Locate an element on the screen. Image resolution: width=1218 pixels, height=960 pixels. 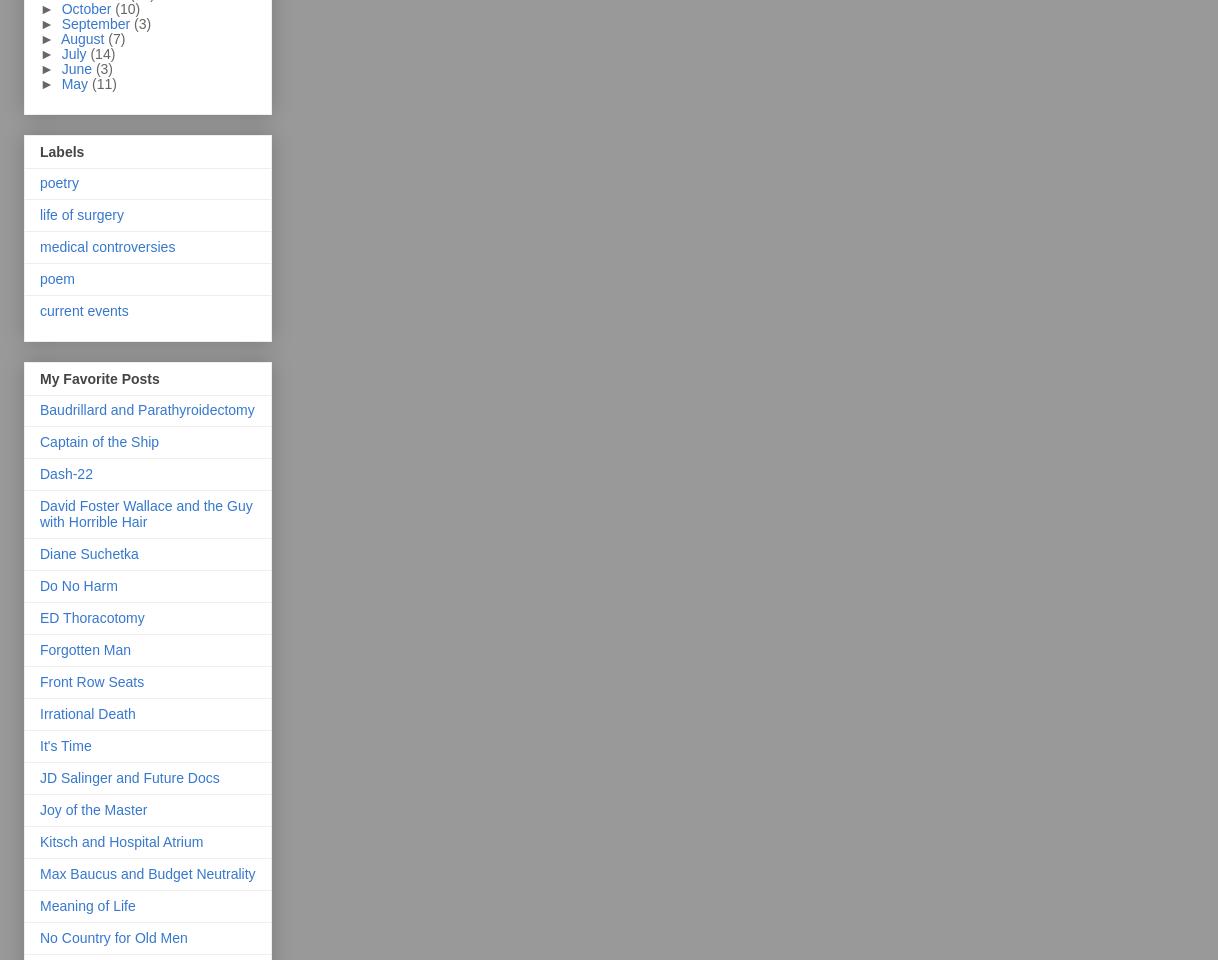
'(7)' is located at coordinates (116, 37).